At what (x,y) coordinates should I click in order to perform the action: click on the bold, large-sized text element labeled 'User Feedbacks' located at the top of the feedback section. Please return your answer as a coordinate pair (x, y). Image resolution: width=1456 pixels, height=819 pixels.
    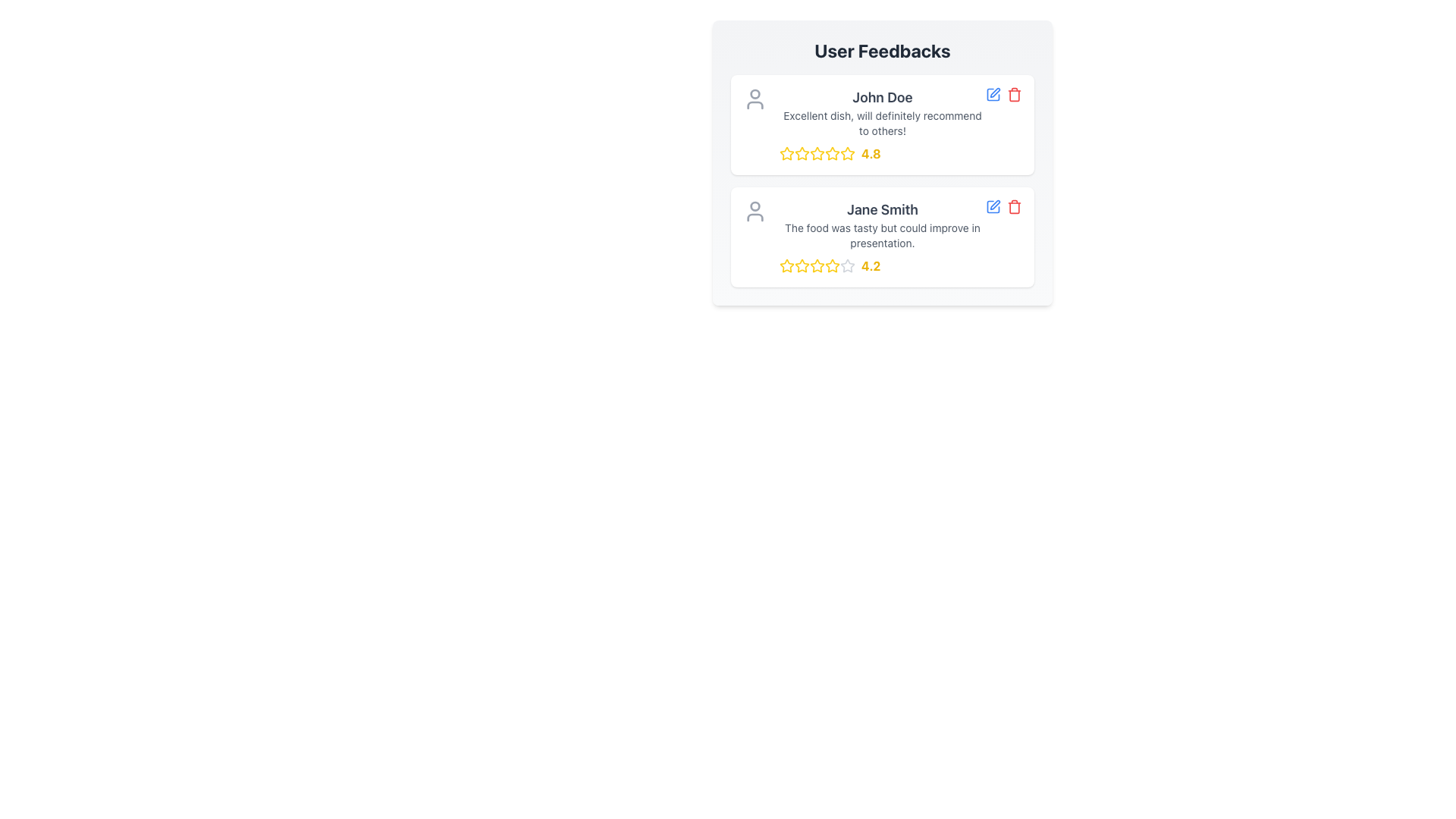
    Looking at the image, I should click on (882, 49).